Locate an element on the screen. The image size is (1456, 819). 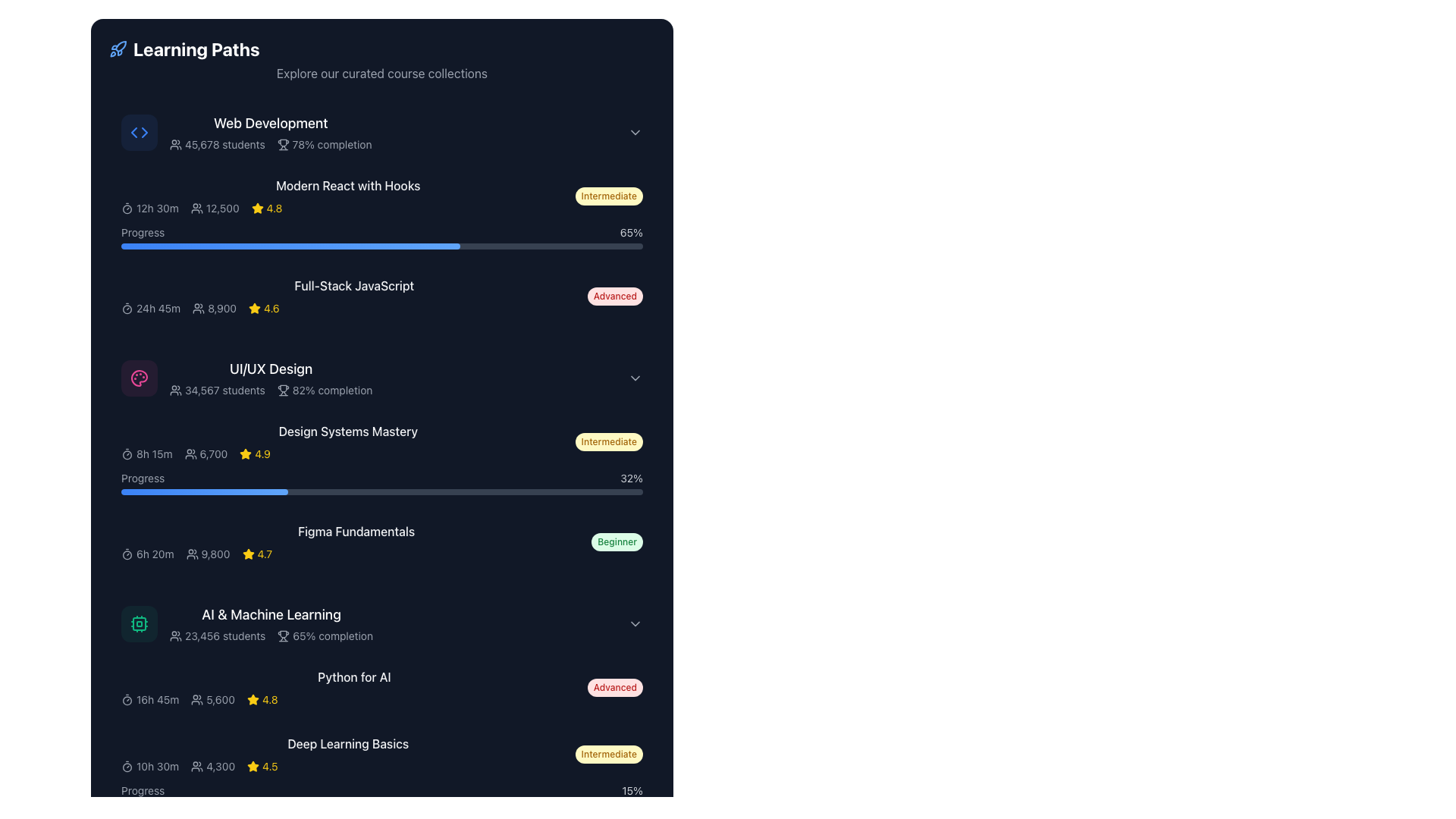
the rating display component that consists of a yellow star icon and the numeric rating value '4.7' in bold yellow text, located in the 'Figma Fundamentals' course section is located at coordinates (257, 554).